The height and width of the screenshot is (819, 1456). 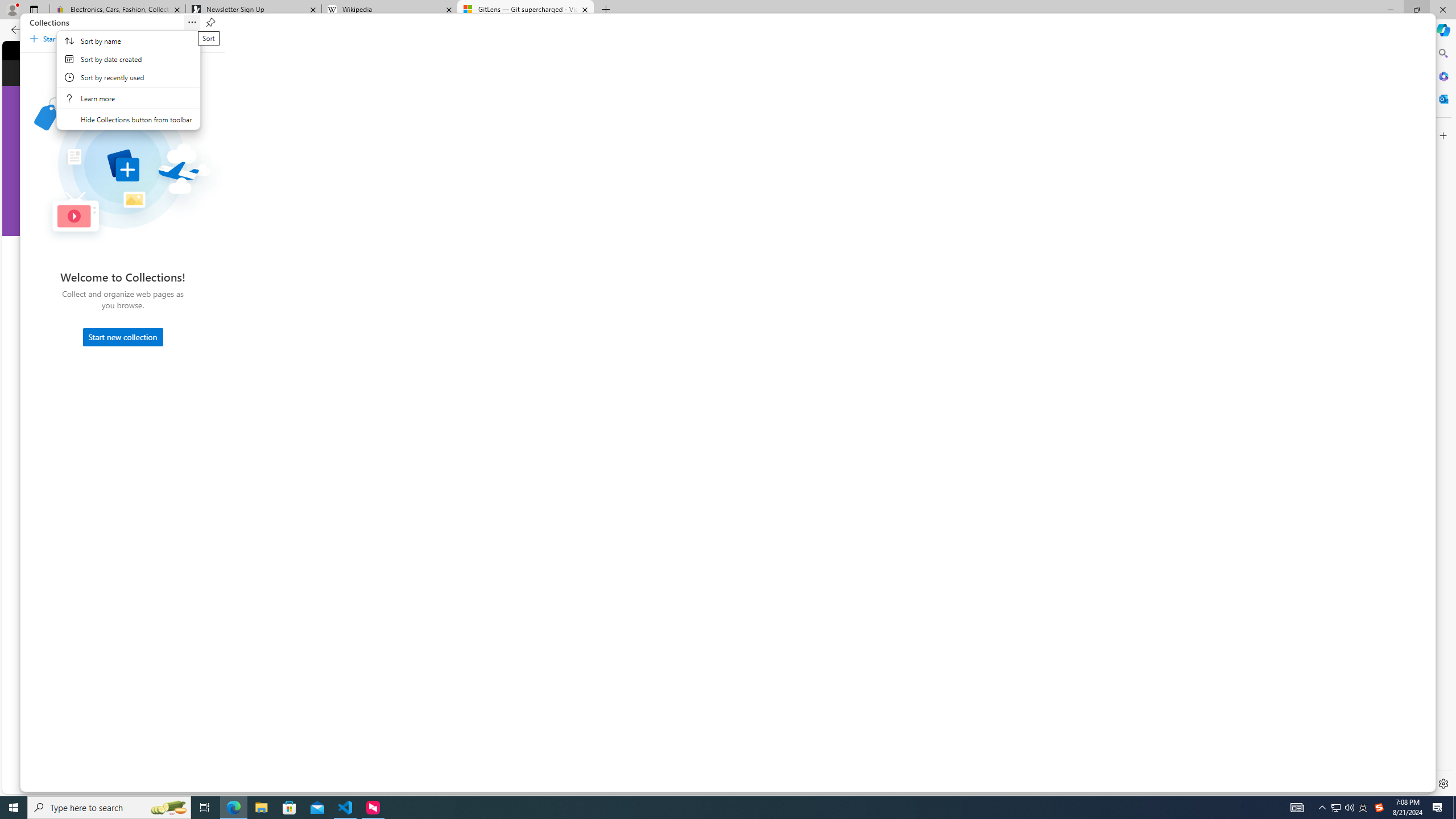 What do you see at coordinates (123, 336) in the screenshot?
I see `'Start new collection'` at bounding box center [123, 336].